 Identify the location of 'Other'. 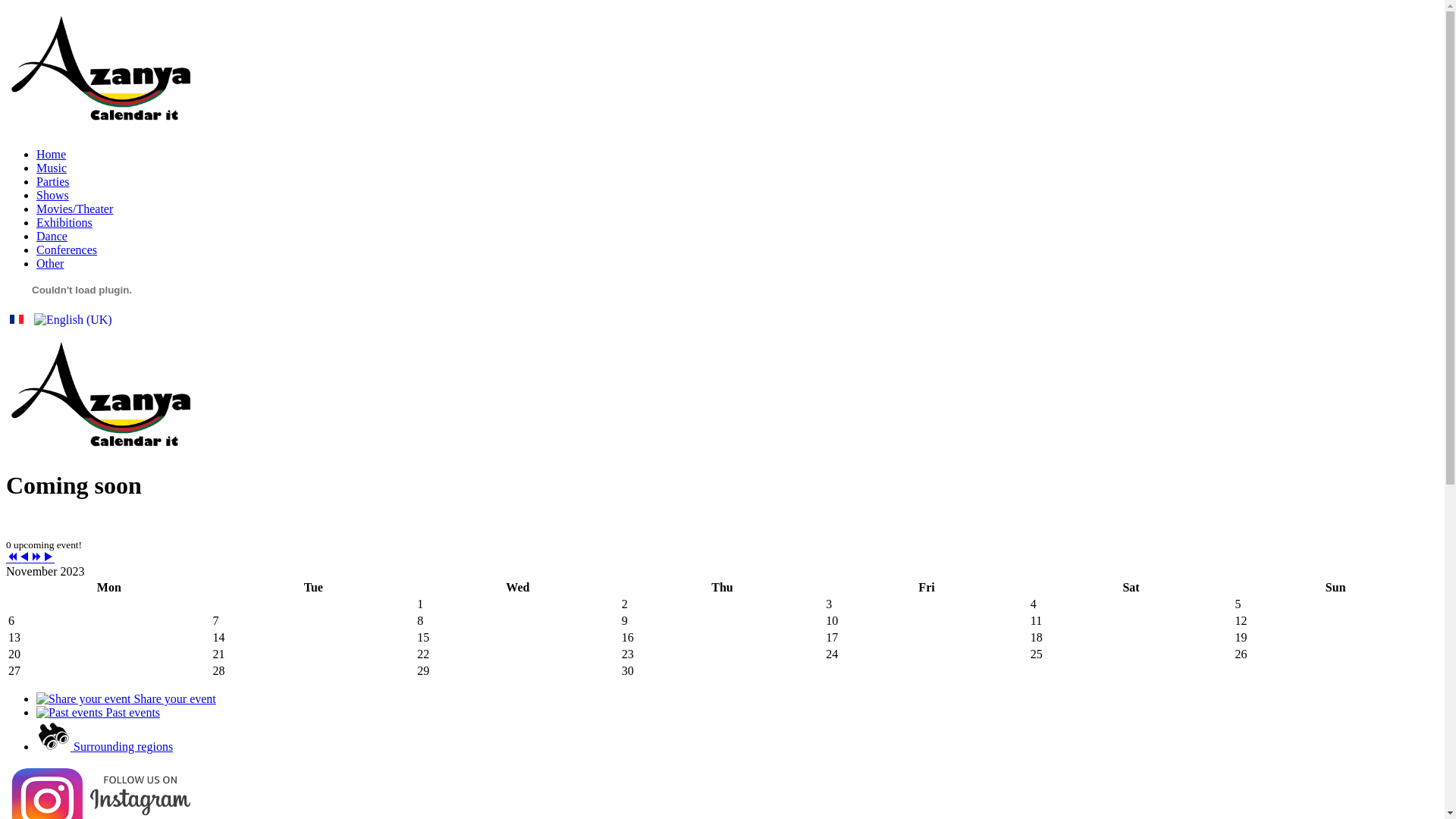
(36, 262).